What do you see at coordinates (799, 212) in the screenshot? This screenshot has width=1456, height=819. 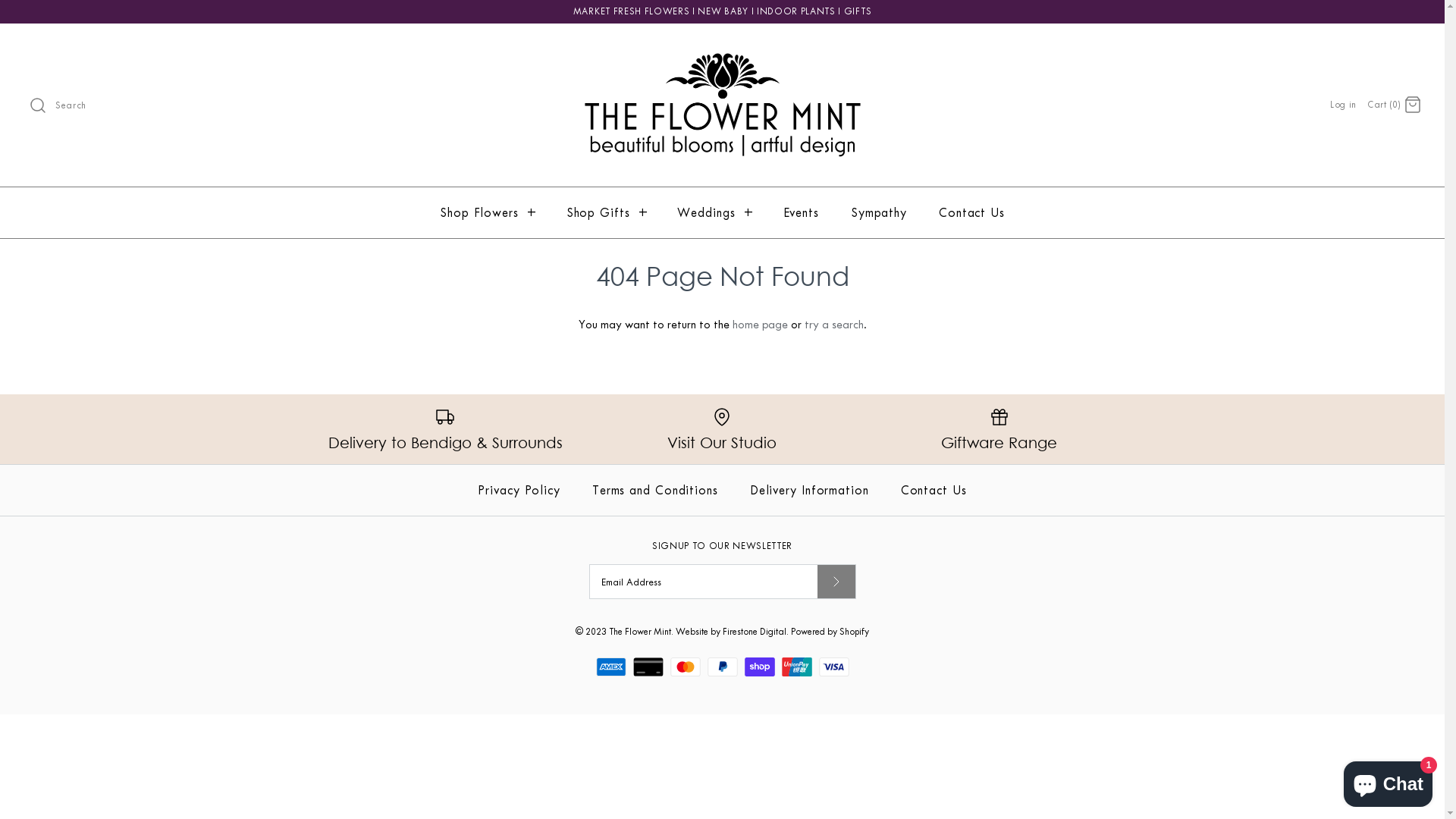 I see `'Events'` at bounding box center [799, 212].